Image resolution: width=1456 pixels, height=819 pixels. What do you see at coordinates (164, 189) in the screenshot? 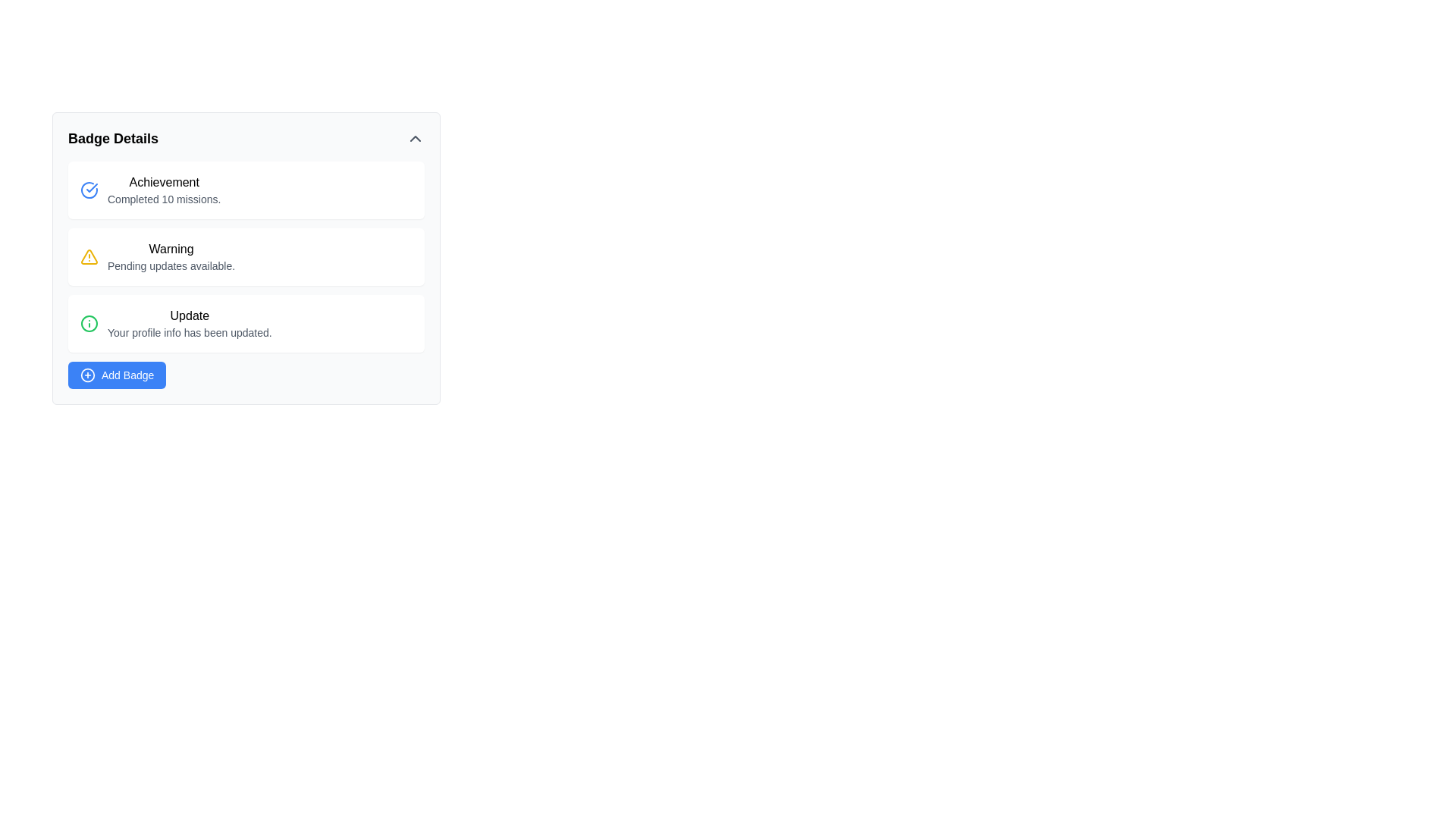
I see `information displayed in the text block titled 'Achievement', which shows 'Completed 10 missions.'` at bounding box center [164, 189].